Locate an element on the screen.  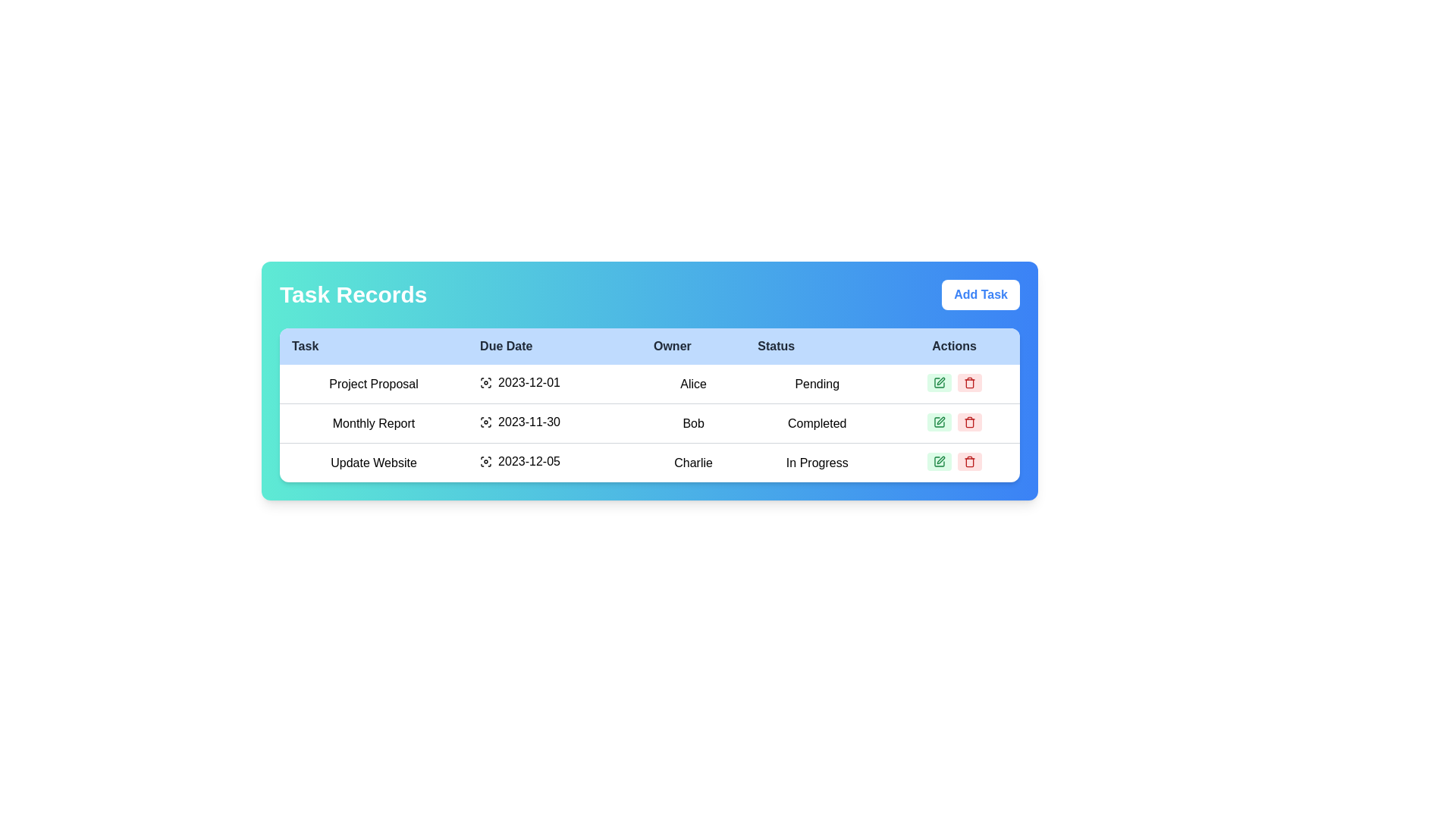
the red trash can icon button in the 'Actions' column of the second row in the 'Task Records' section is located at coordinates (968, 382).